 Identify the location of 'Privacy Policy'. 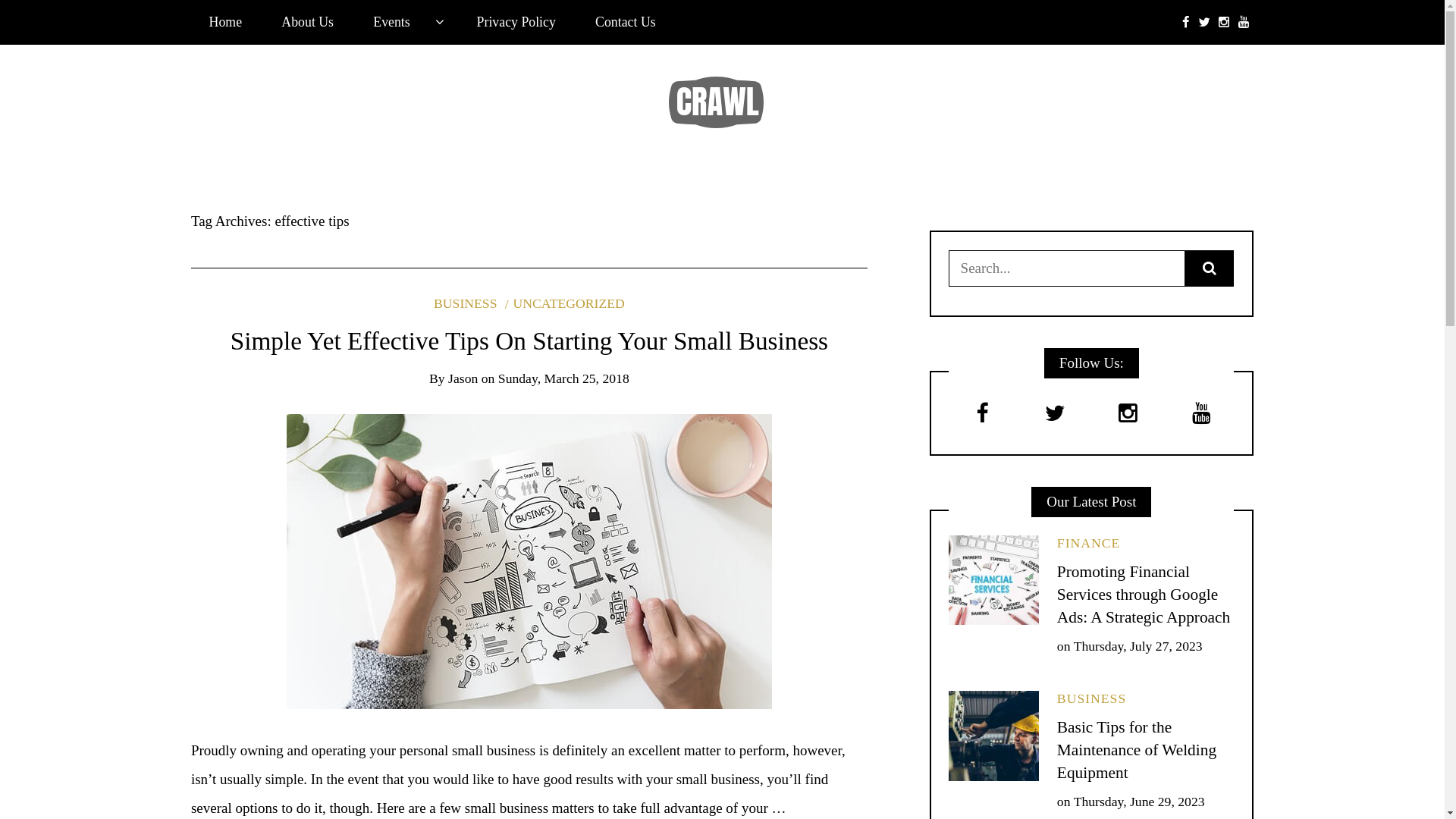
(516, 22).